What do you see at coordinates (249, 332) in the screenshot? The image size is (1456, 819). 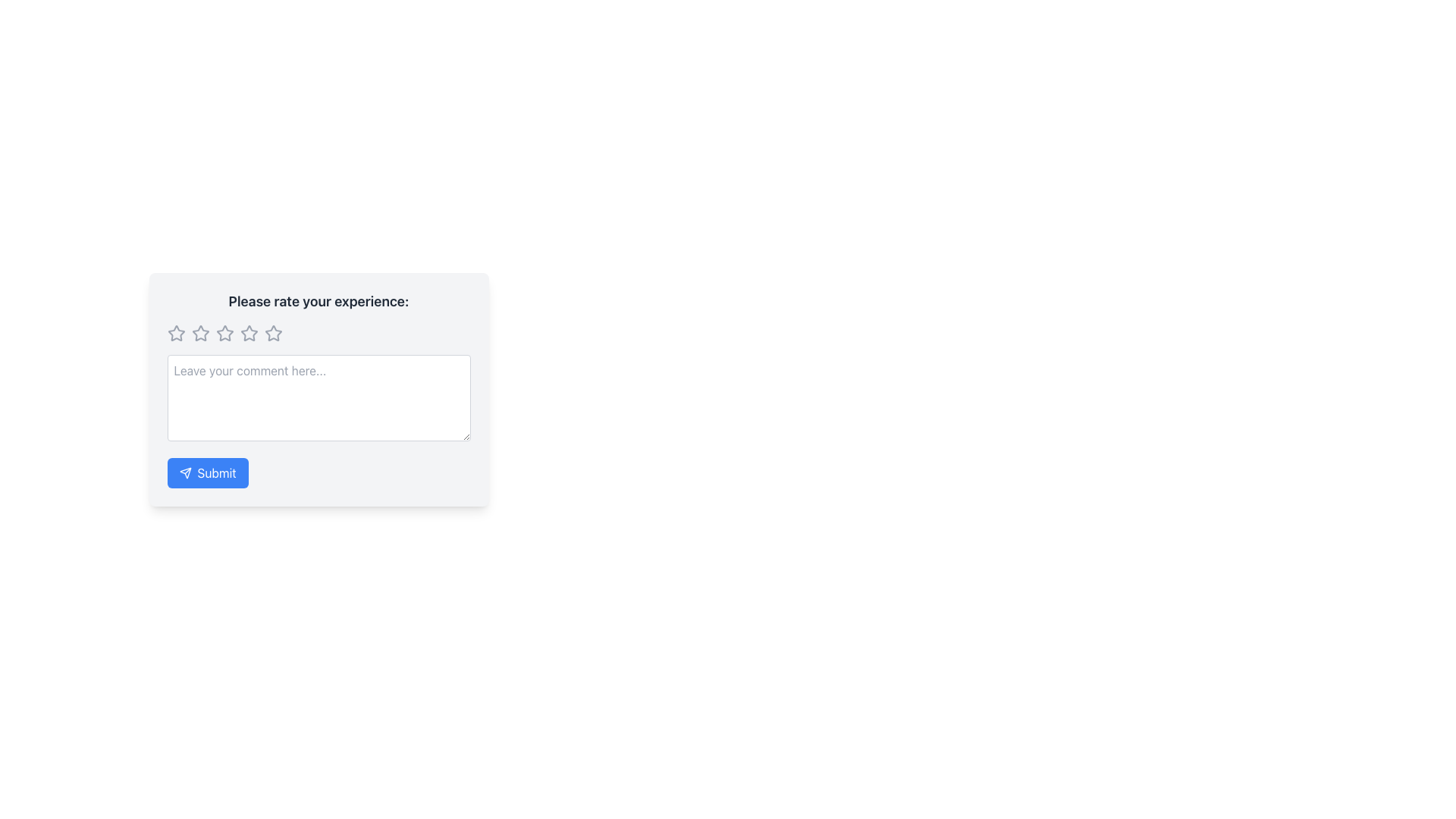 I see `the second star icon in the five-star rating system` at bounding box center [249, 332].